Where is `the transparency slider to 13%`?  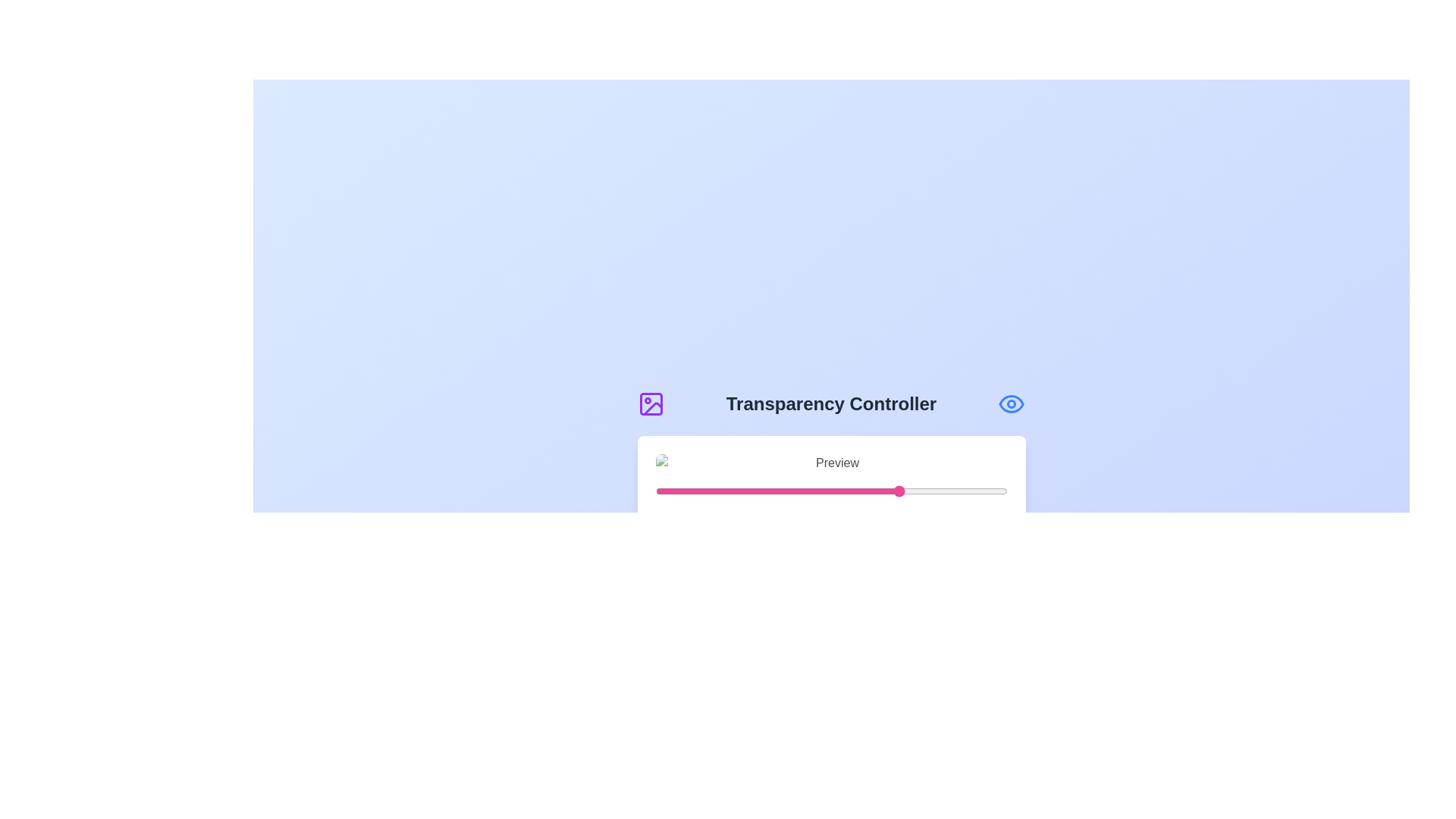 the transparency slider to 13% is located at coordinates (700, 491).